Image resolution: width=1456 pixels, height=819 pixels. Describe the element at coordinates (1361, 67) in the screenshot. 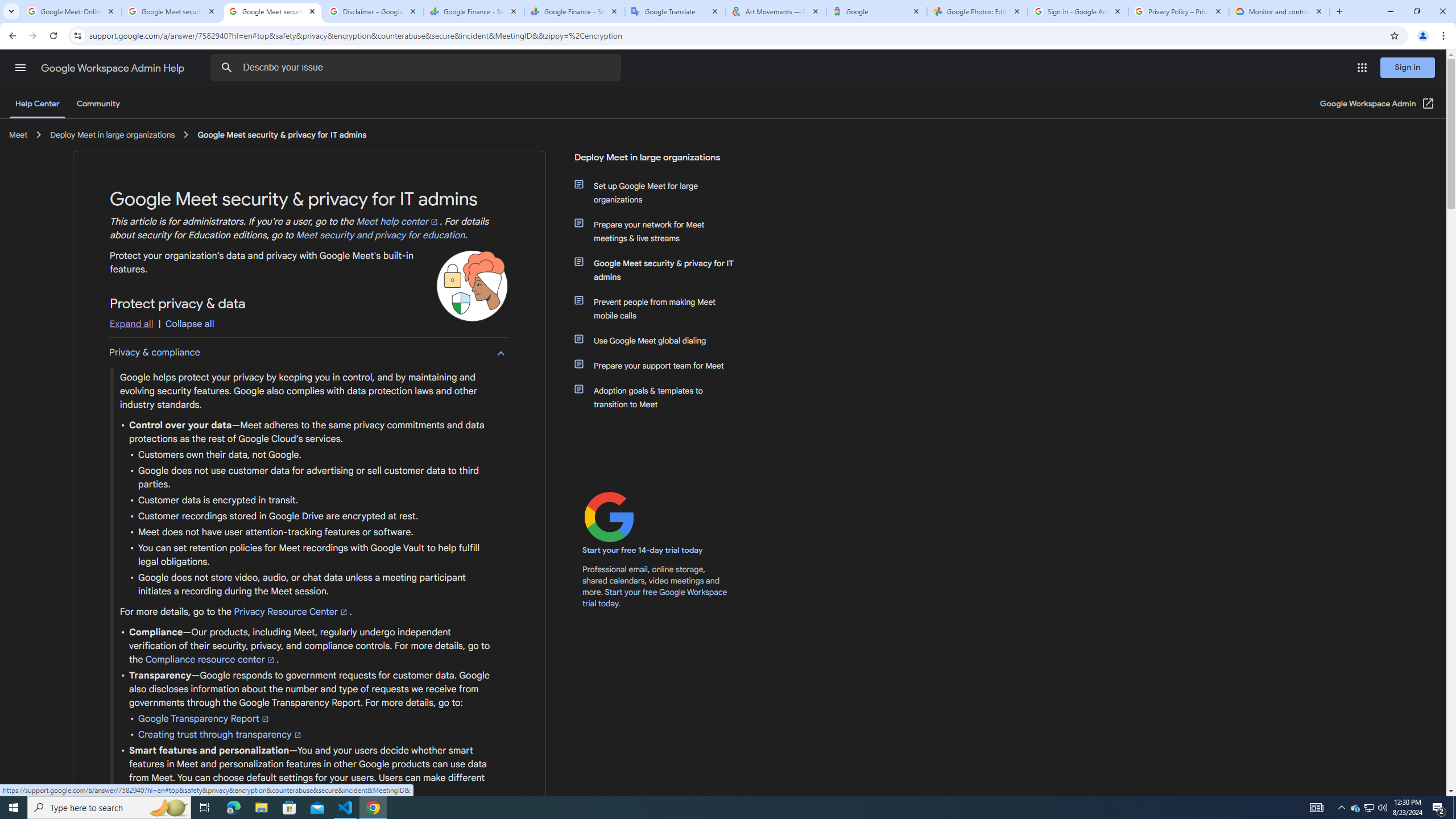

I see `'Google apps'` at that location.